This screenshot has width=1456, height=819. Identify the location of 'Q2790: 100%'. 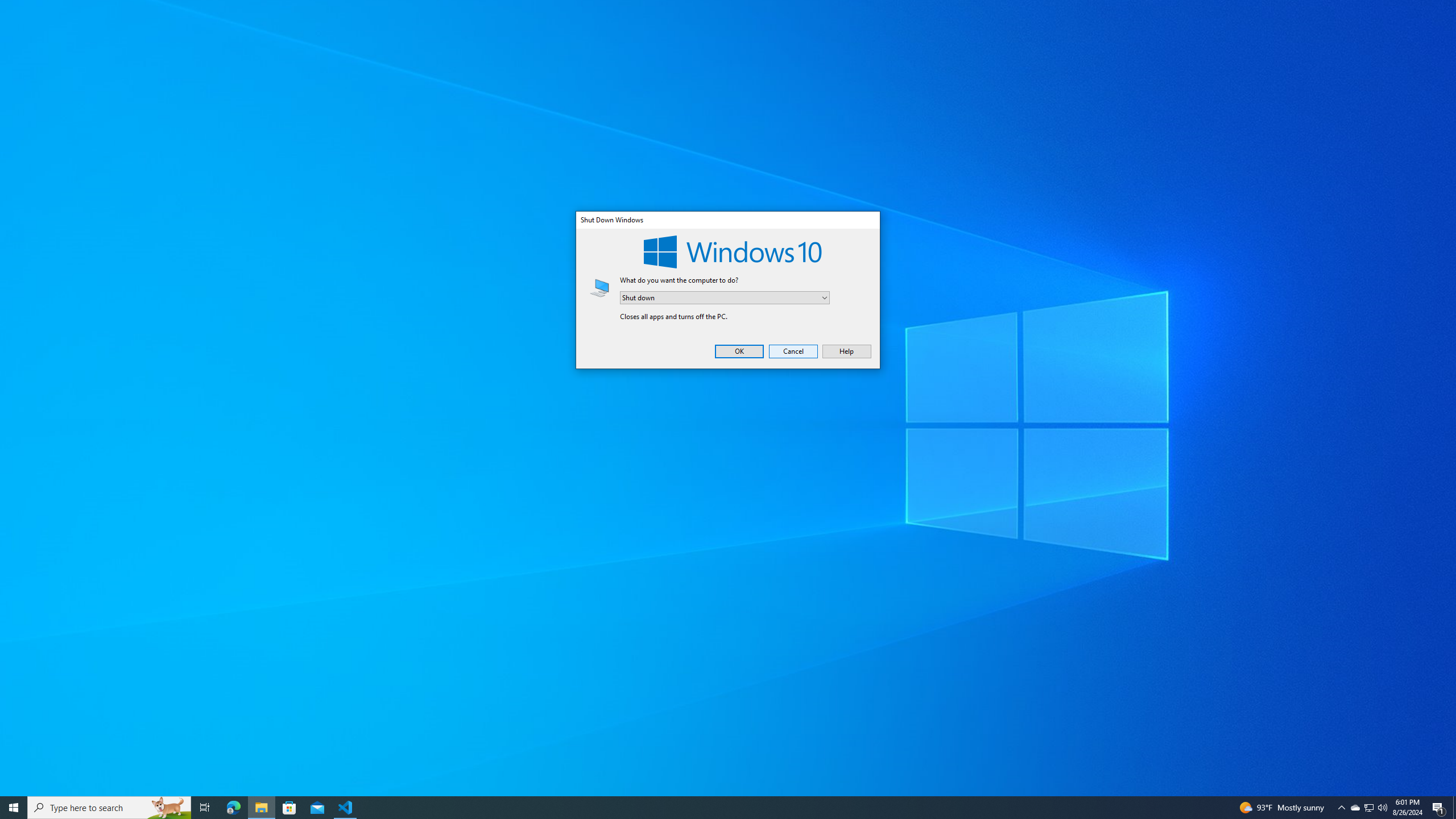
(1381, 806).